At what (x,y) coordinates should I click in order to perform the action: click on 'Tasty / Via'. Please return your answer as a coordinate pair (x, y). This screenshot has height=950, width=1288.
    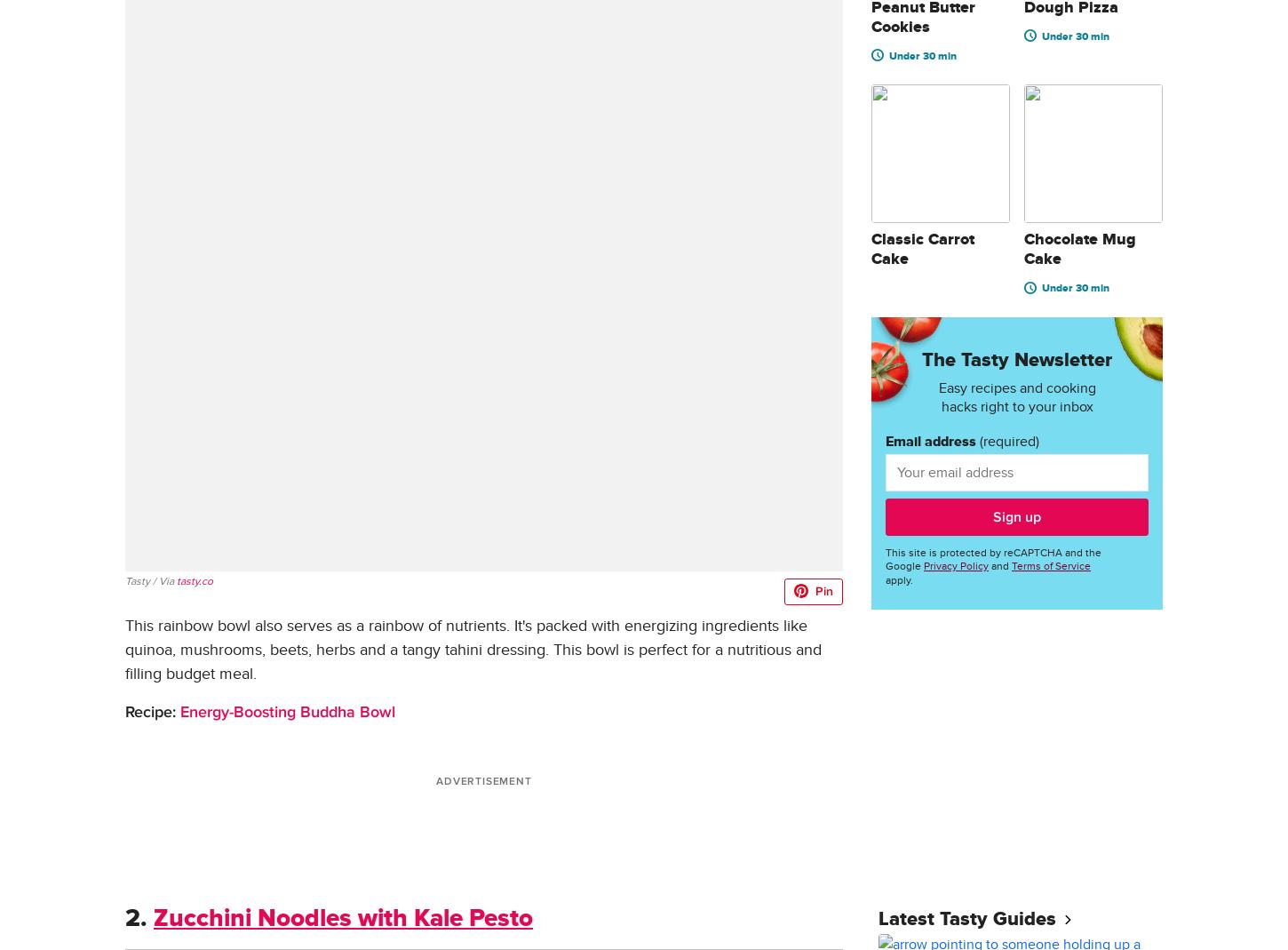
    Looking at the image, I should click on (149, 580).